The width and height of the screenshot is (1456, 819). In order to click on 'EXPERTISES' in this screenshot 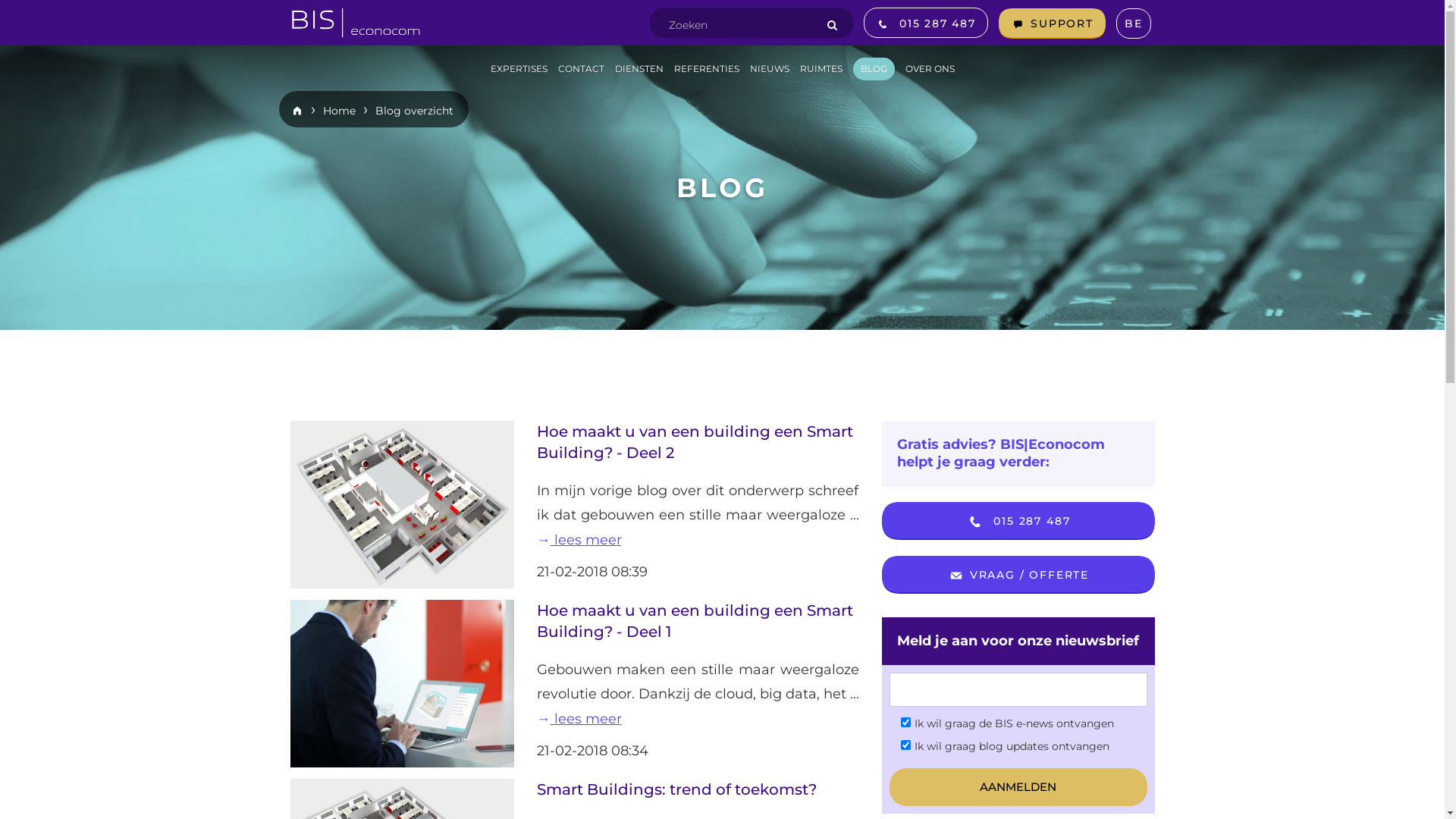, I will do `click(518, 69)`.